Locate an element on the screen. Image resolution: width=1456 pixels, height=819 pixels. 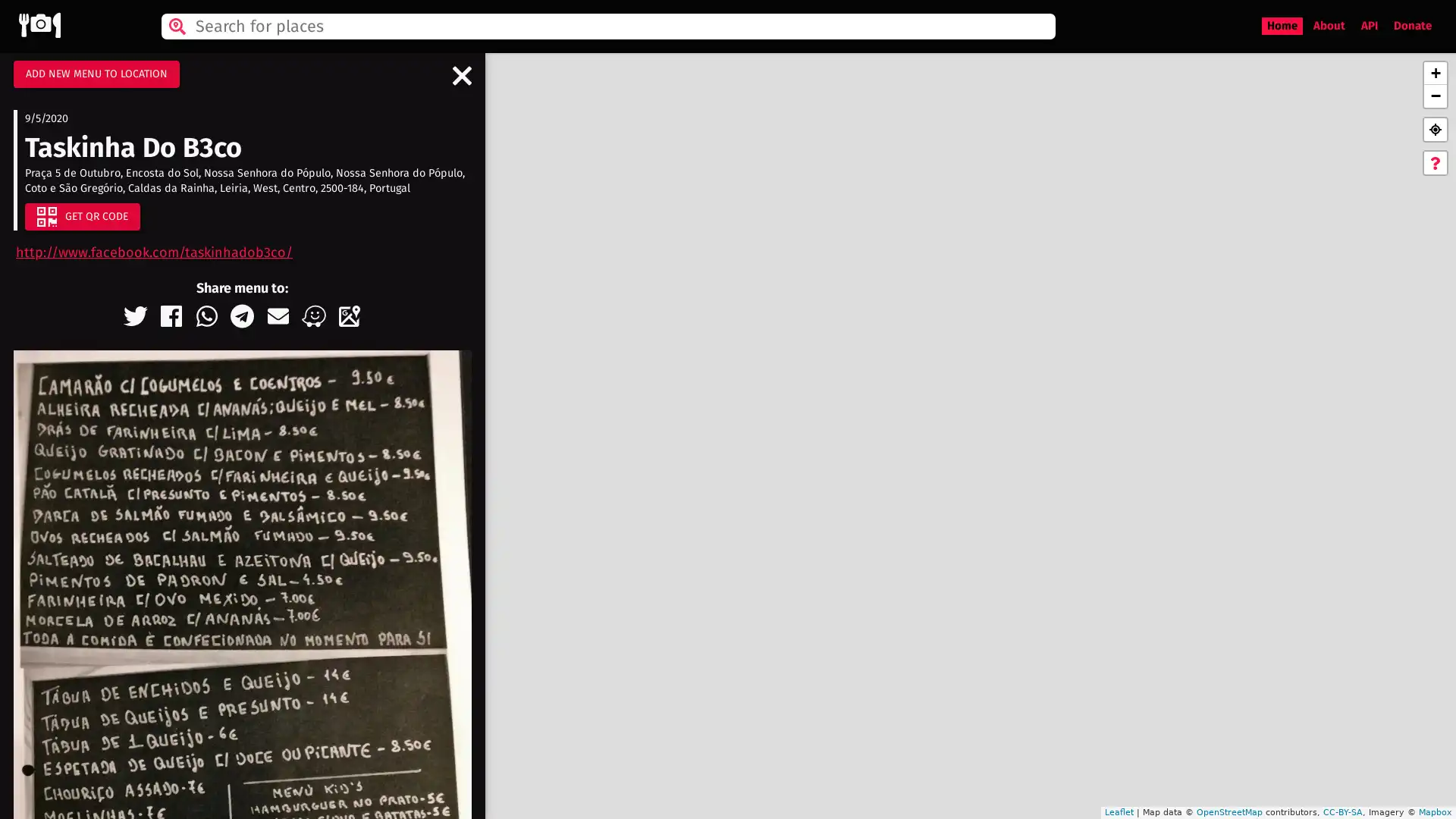
Zoom in is located at coordinates (1434, 73).